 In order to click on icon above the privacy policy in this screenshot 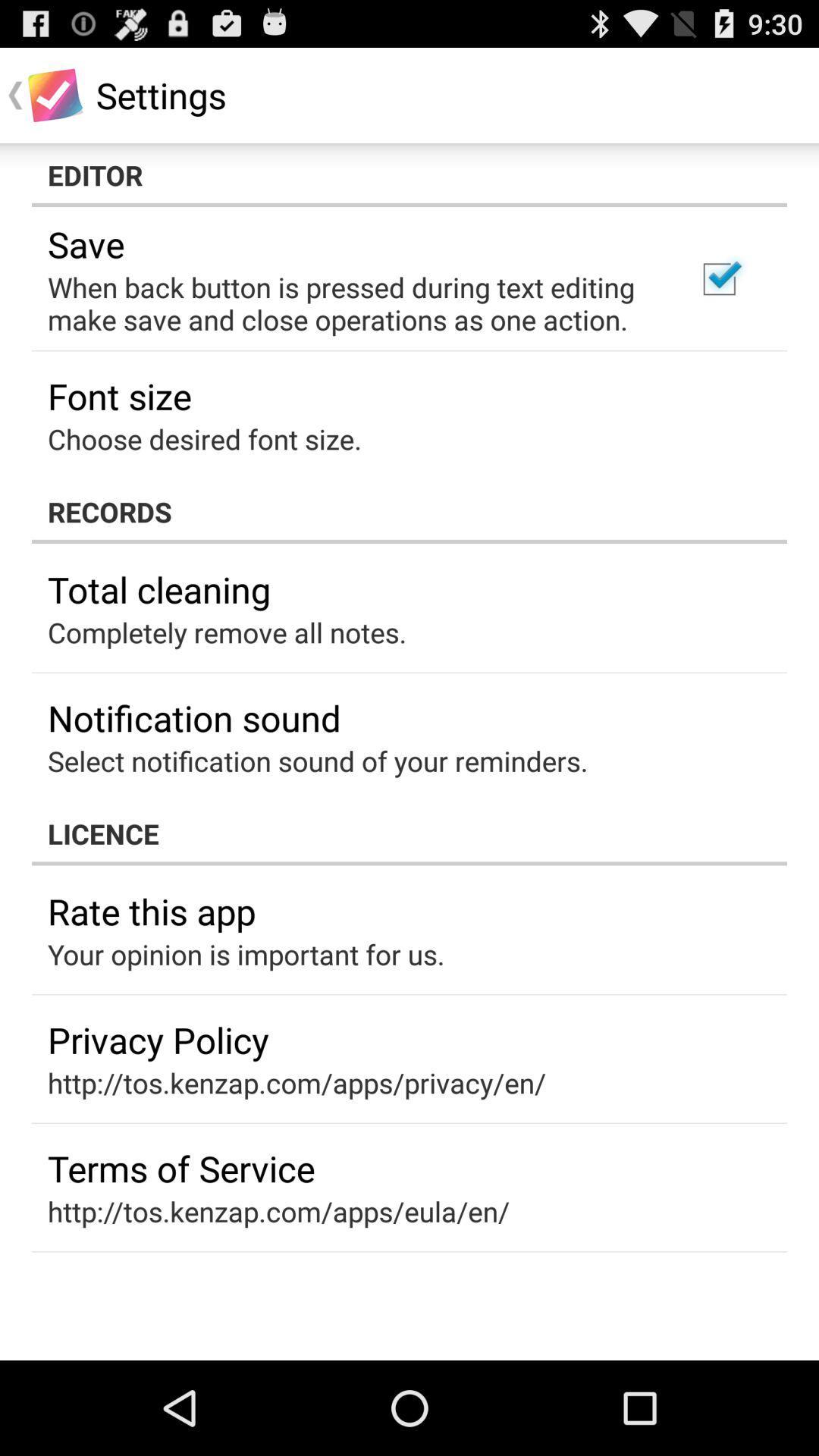, I will do `click(245, 953)`.